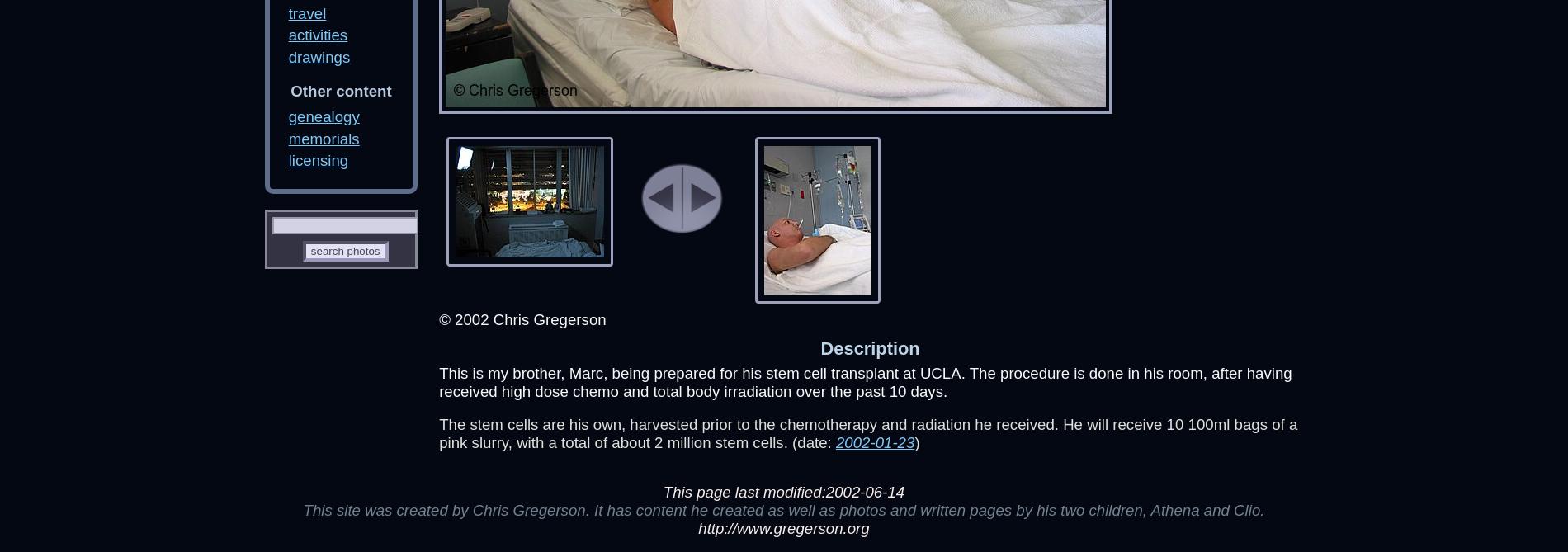 This screenshot has height=552, width=1568. What do you see at coordinates (875, 442) in the screenshot?
I see `'2002-01-23'` at bounding box center [875, 442].